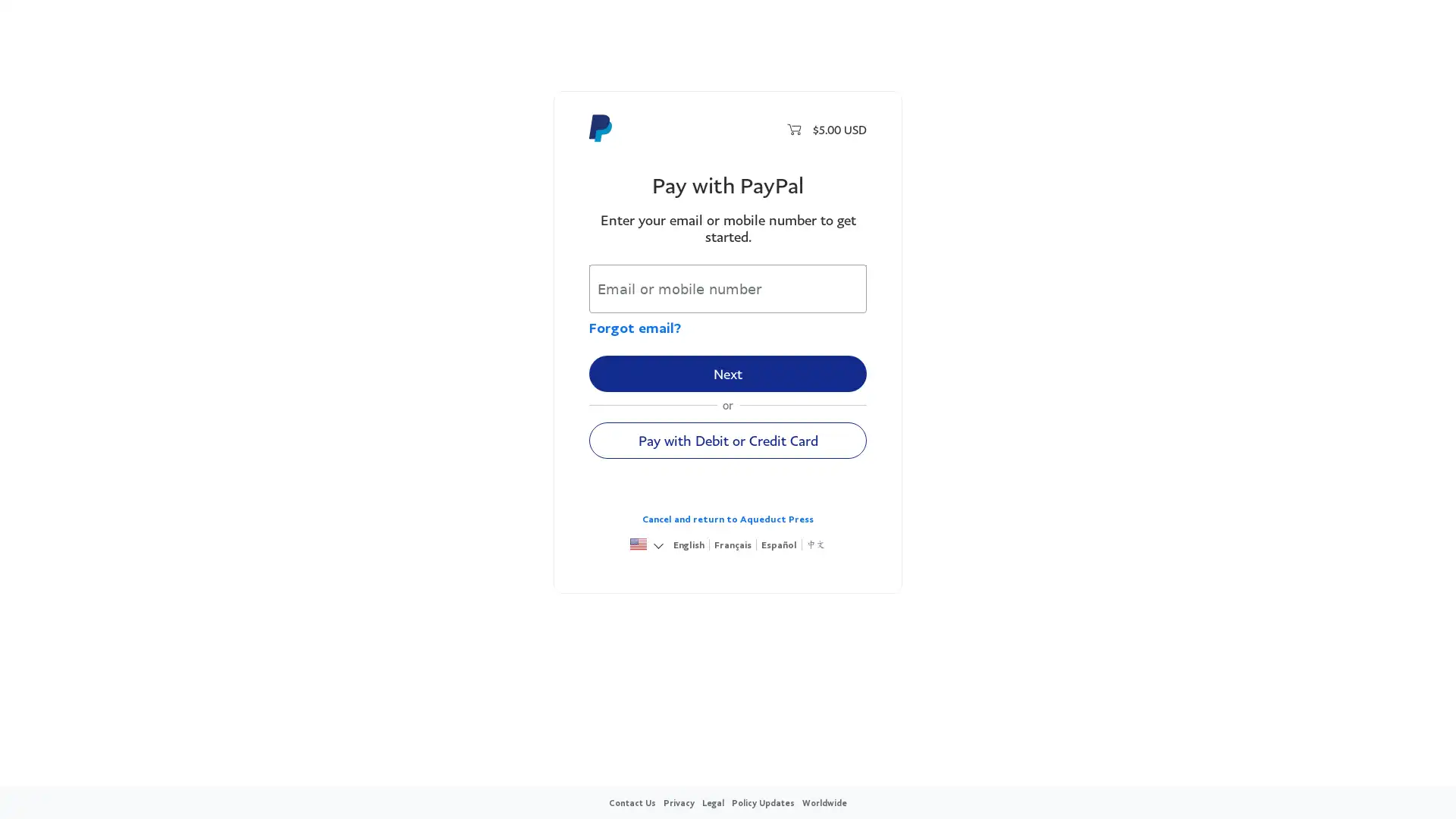 Image resolution: width=1456 pixels, height=819 pixels. What do you see at coordinates (728, 441) in the screenshot?
I see `Pay with Debit or Credit Card` at bounding box center [728, 441].